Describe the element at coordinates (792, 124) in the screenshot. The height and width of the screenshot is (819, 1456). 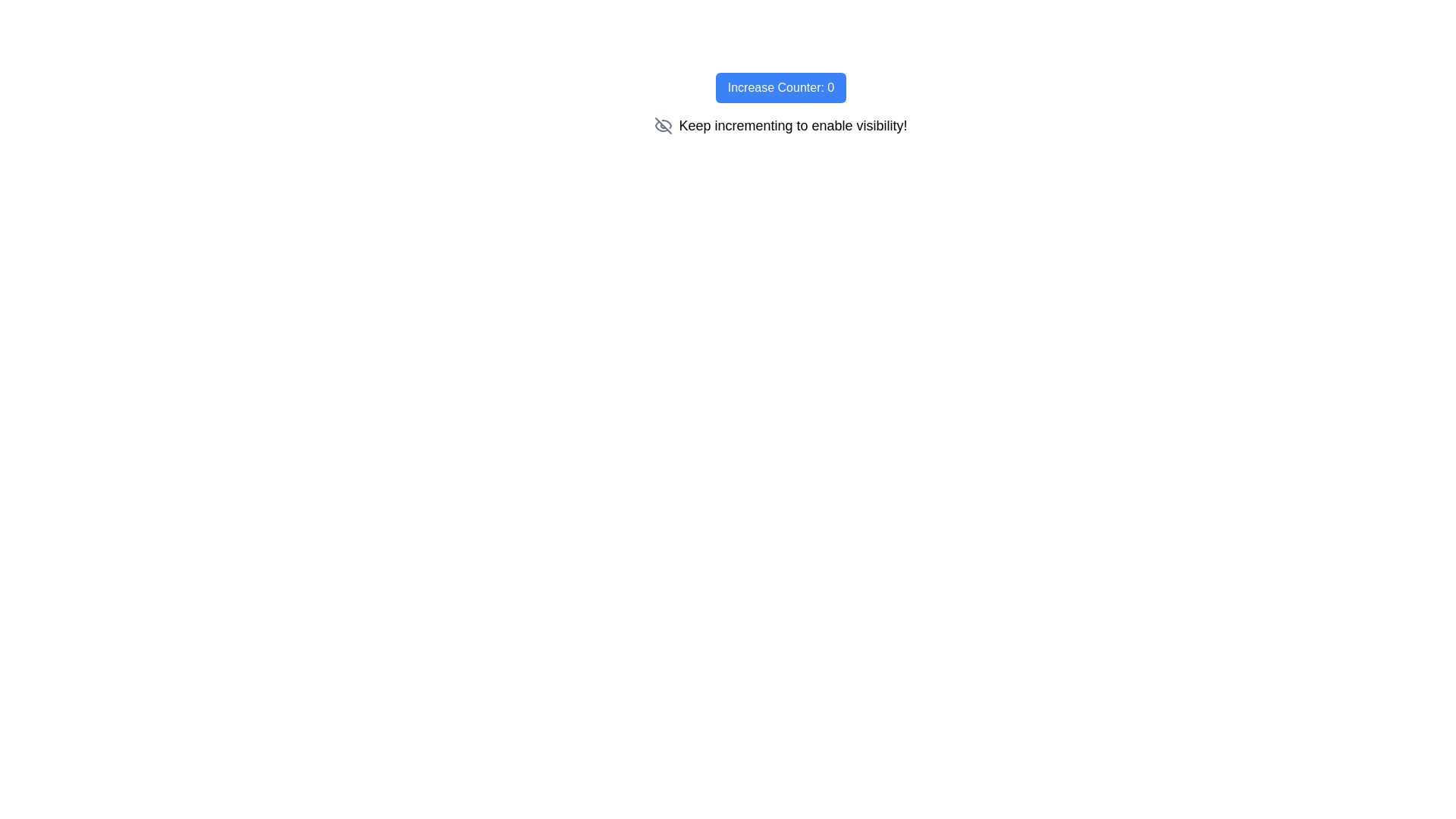
I see `the instructional text label that guides the user to increment a value related to enabling a visibility feature, located below the 'Increase Counter: 0' button and to the right of an eye icon with a strike-through` at that location.